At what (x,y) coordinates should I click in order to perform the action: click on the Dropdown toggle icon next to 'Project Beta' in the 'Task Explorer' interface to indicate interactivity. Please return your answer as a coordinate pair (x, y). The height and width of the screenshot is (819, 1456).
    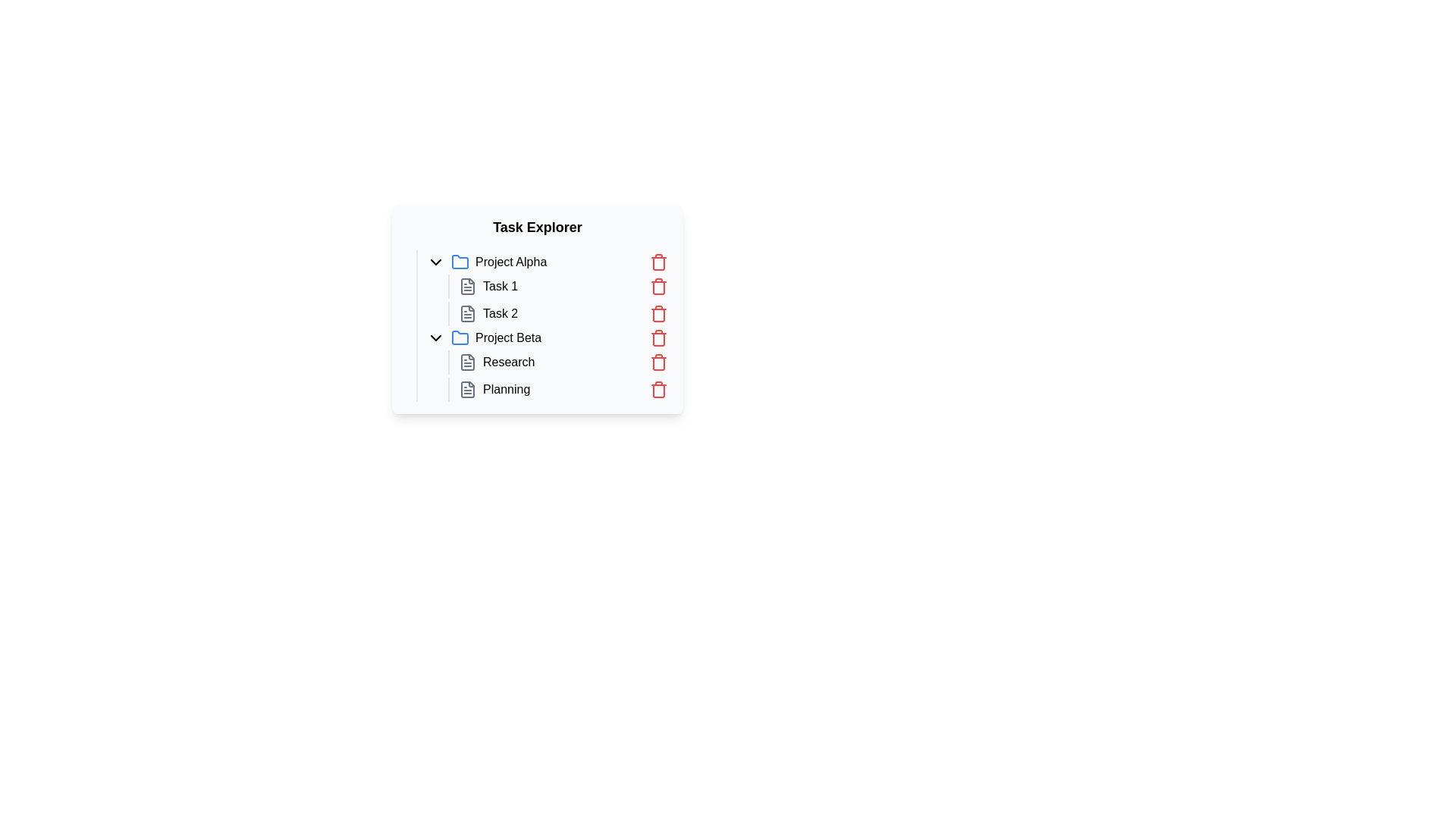
    Looking at the image, I should click on (435, 337).